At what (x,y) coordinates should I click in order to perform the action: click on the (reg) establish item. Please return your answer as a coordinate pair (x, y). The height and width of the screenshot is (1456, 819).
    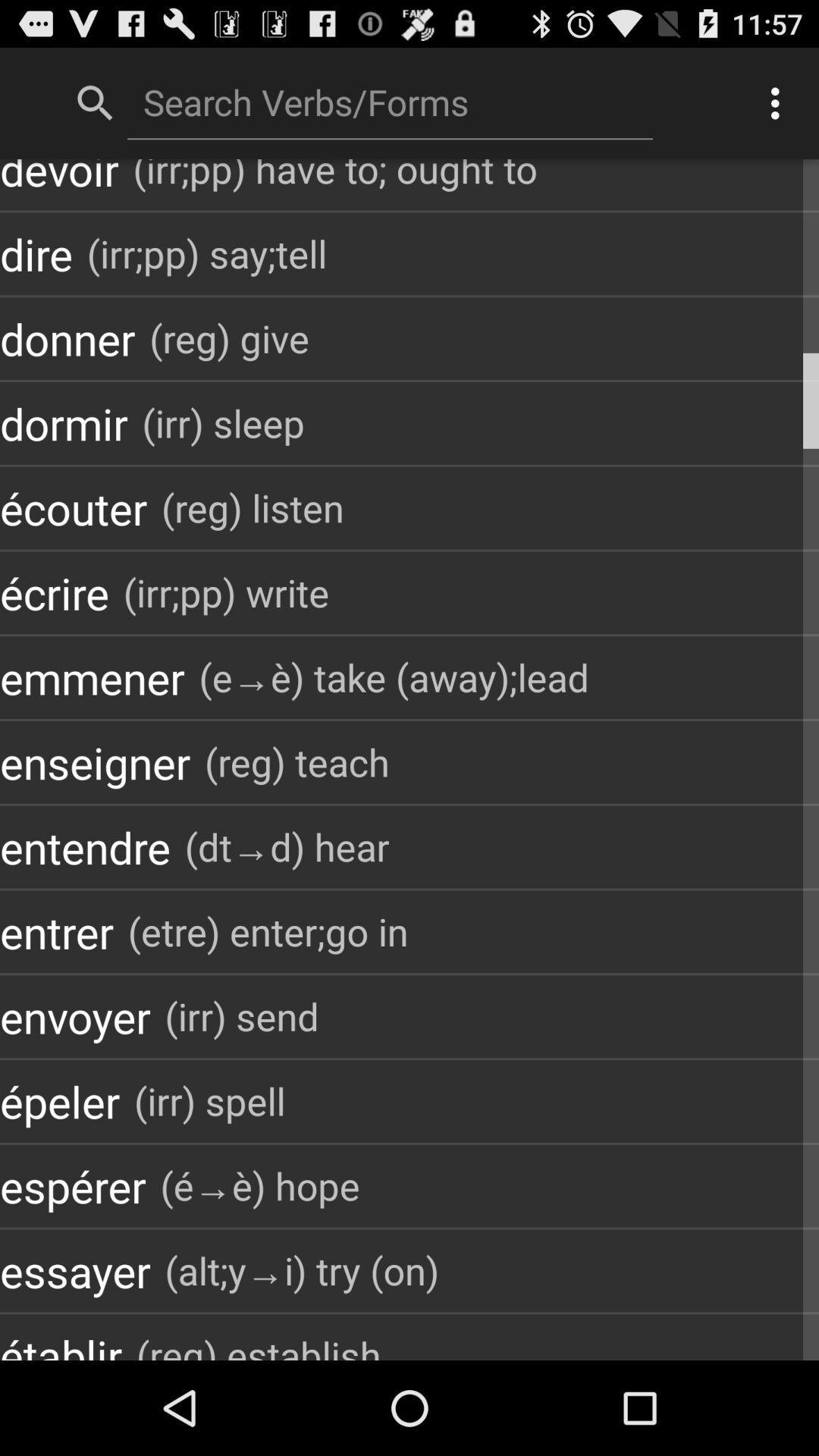
    Looking at the image, I should click on (258, 1343).